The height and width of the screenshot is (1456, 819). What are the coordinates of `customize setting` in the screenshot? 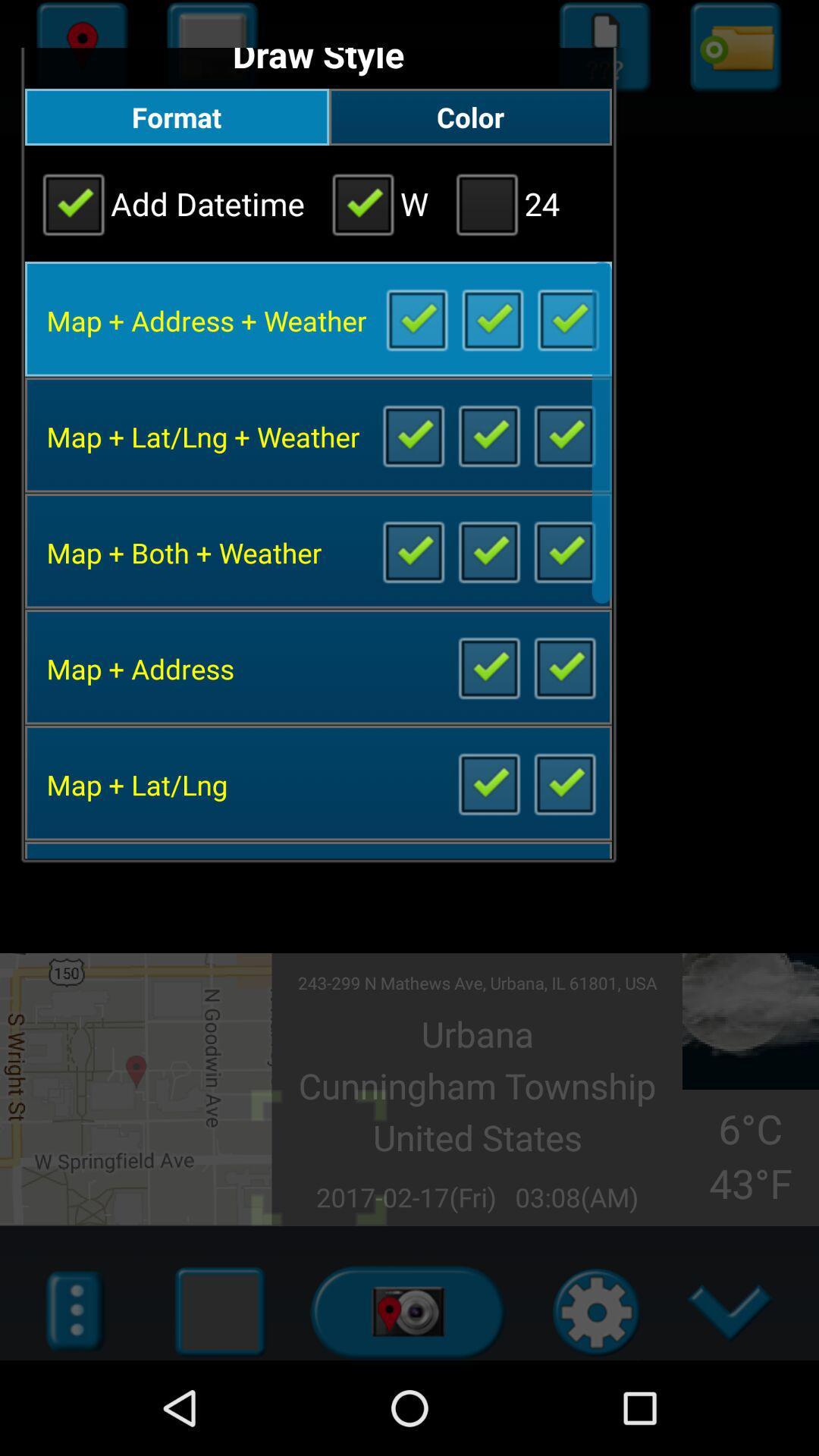 It's located at (488, 434).